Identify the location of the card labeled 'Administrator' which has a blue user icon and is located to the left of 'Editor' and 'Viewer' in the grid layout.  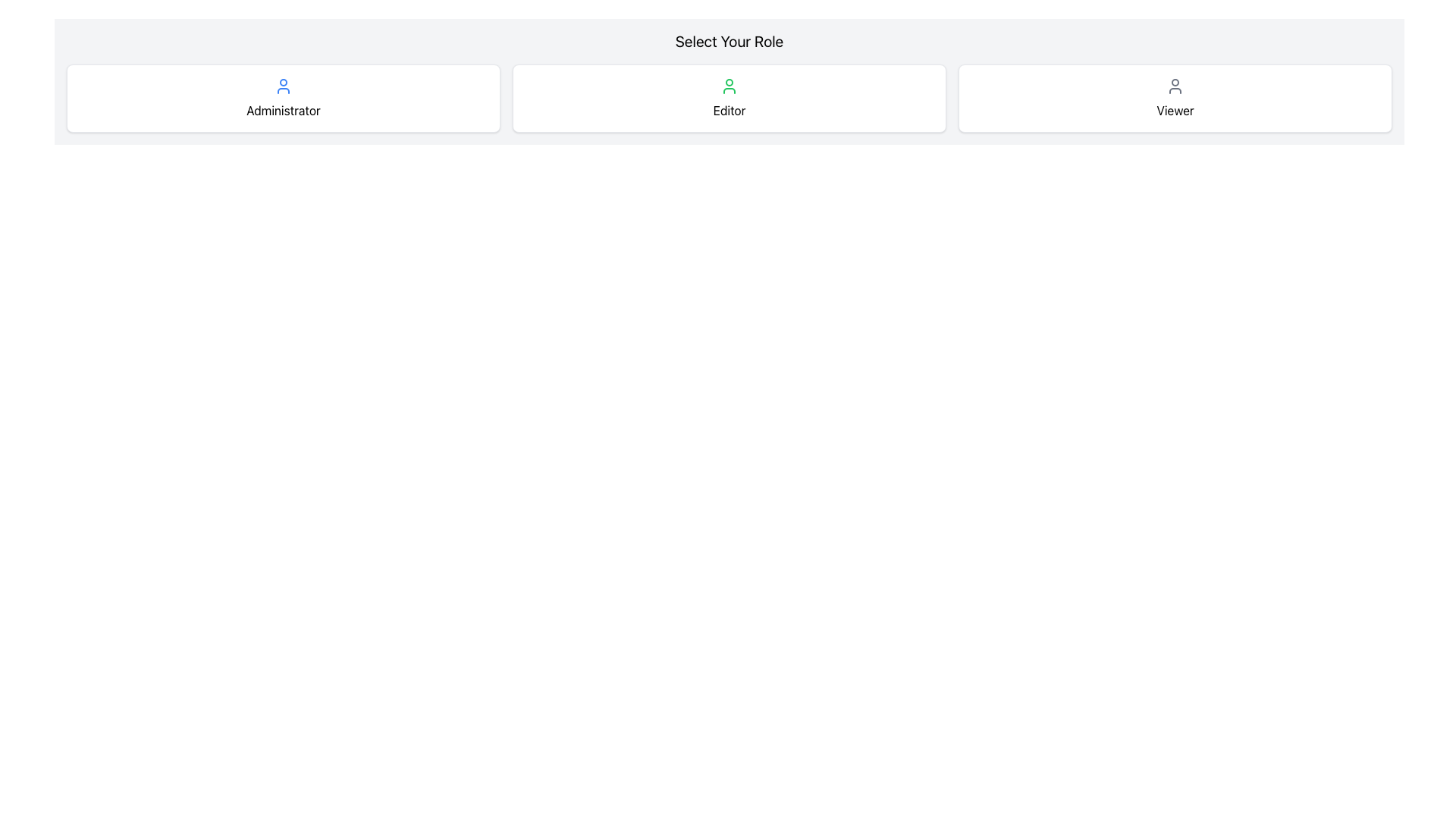
(284, 99).